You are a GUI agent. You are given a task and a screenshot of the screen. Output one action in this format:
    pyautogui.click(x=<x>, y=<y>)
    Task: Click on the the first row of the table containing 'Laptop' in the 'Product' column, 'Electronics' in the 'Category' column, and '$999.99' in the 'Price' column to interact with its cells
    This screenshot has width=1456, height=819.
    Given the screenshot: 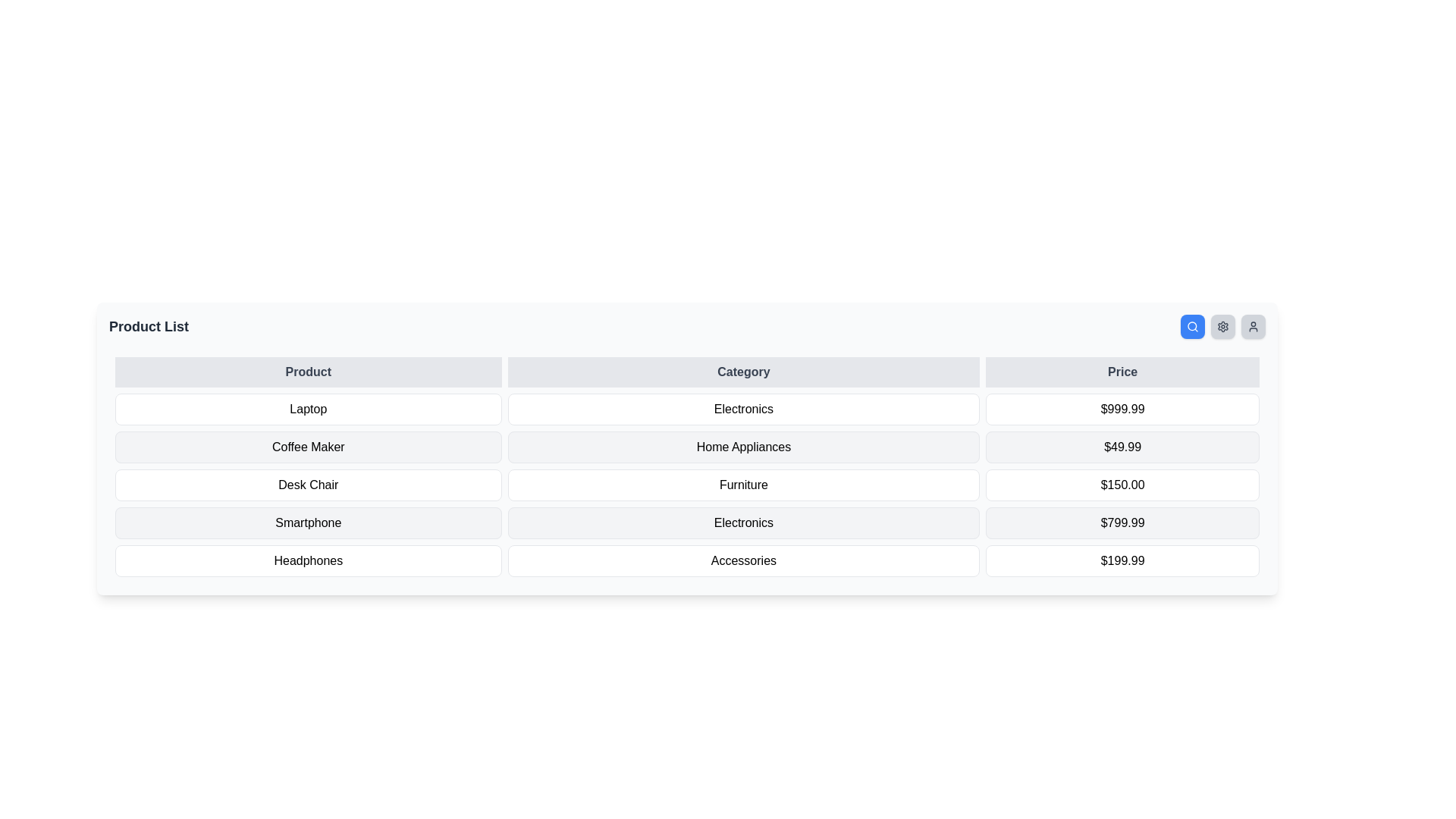 What is the action you would take?
    pyautogui.click(x=686, y=409)
    